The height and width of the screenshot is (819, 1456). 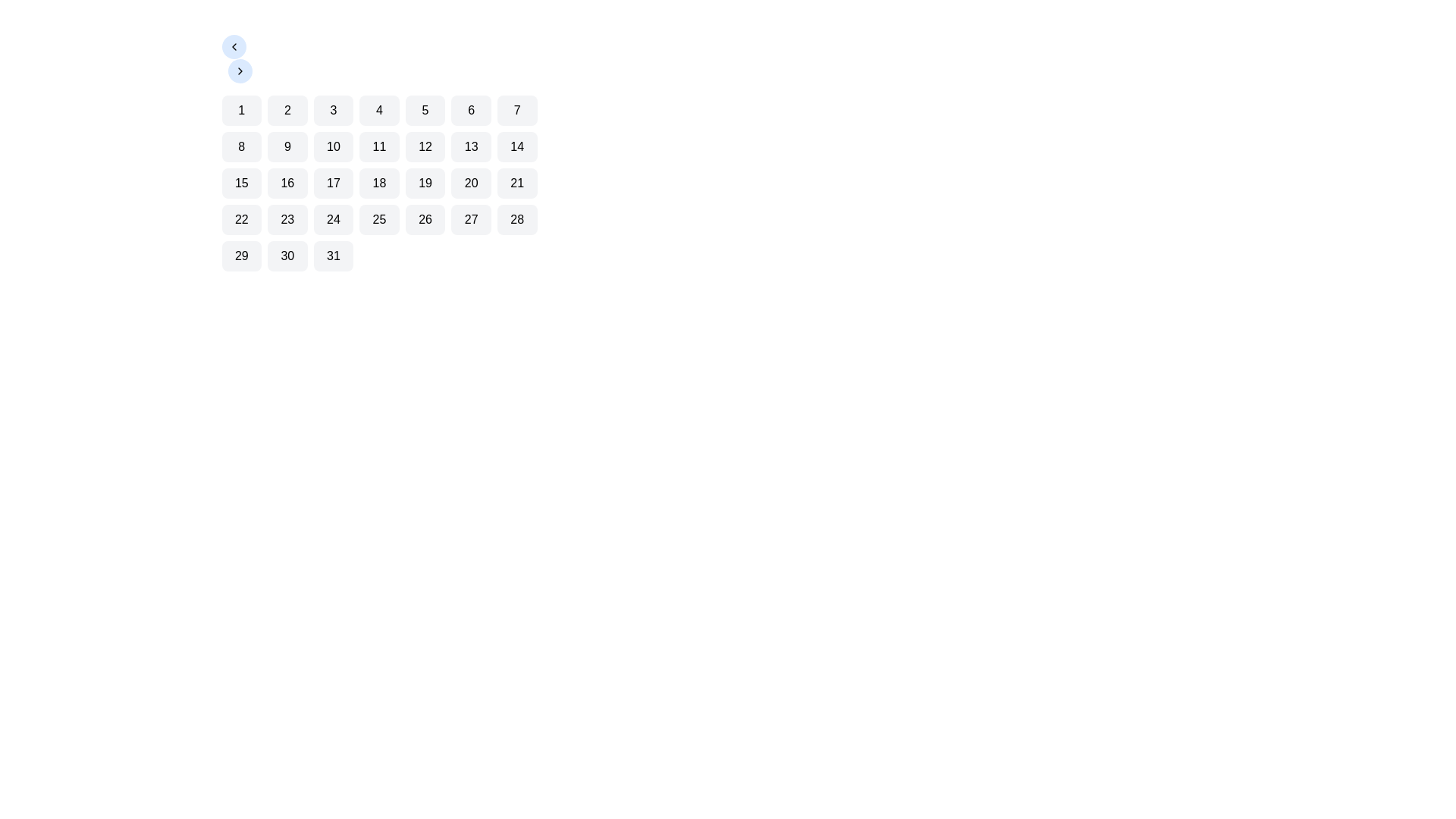 What do you see at coordinates (517, 183) in the screenshot?
I see `the button-like element representing a specific day in the calendar grid, located in the fourth row and seventh column, adjacent to the element with text '20' on its left and above the element with text '28'` at bounding box center [517, 183].